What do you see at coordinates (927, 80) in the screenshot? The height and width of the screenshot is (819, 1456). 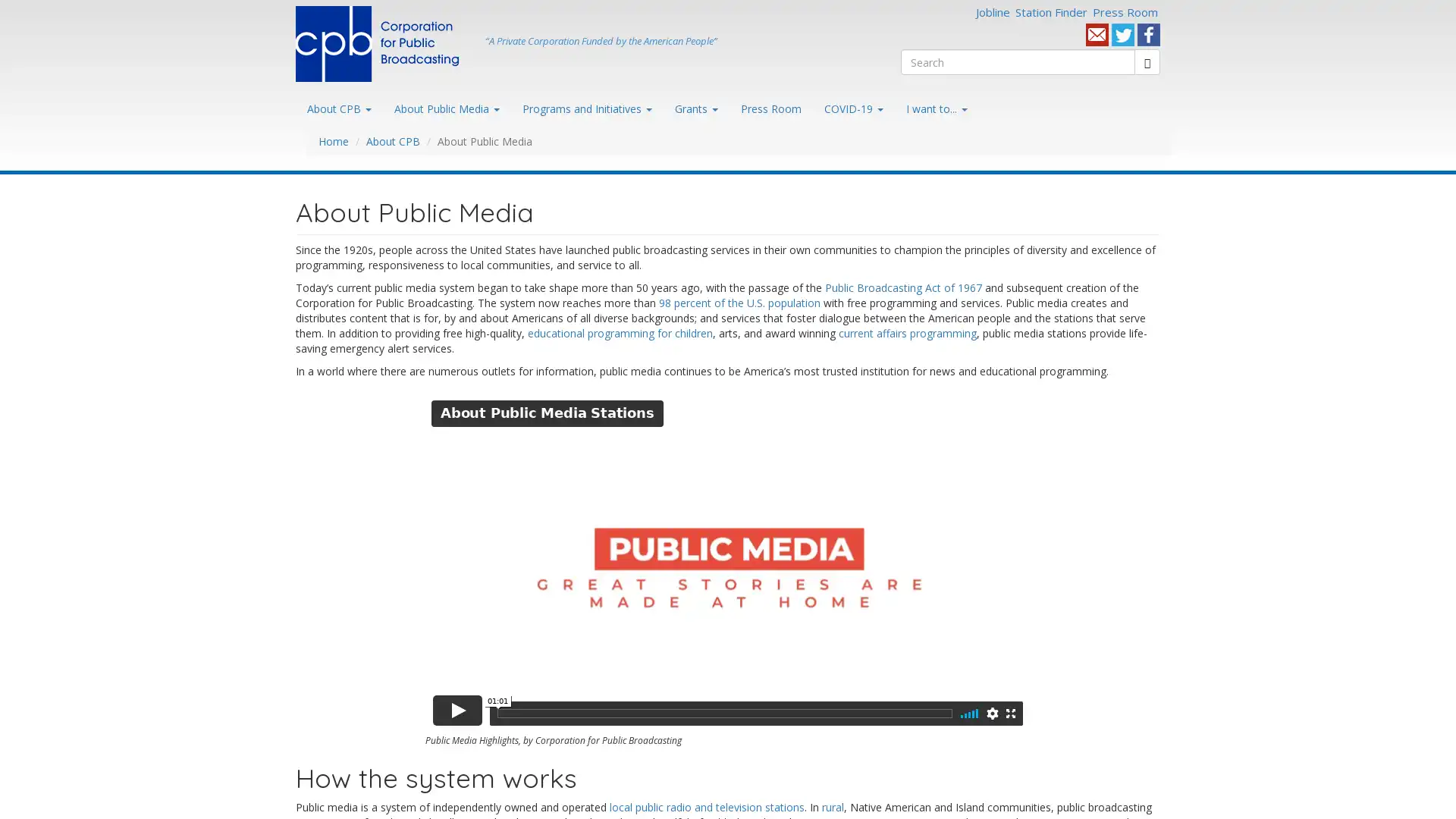 I see `Search` at bounding box center [927, 80].